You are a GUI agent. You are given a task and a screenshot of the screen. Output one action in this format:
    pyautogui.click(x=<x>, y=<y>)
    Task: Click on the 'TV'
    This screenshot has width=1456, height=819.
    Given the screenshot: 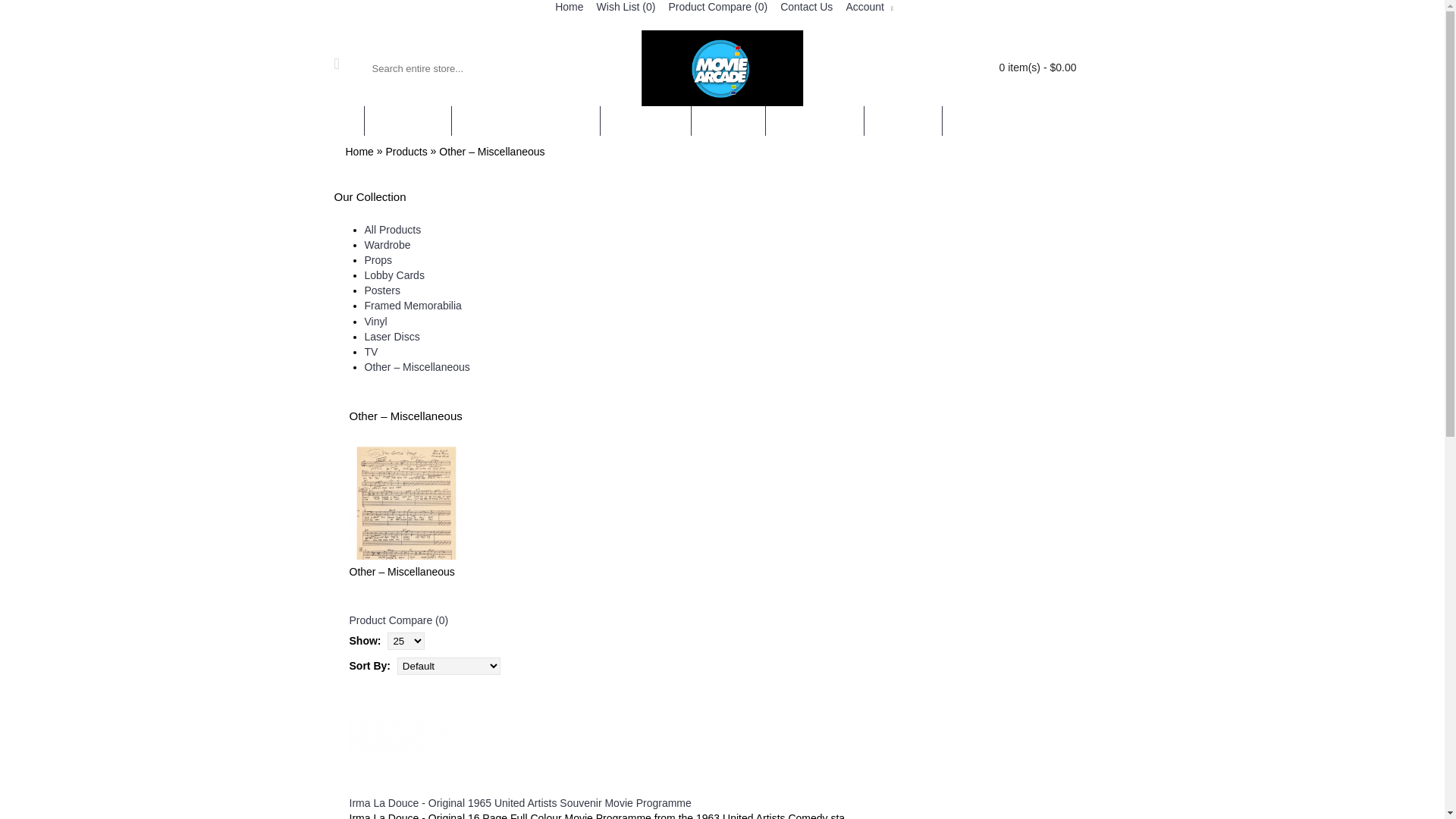 What is the action you would take?
    pyautogui.click(x=364, y=351)
    